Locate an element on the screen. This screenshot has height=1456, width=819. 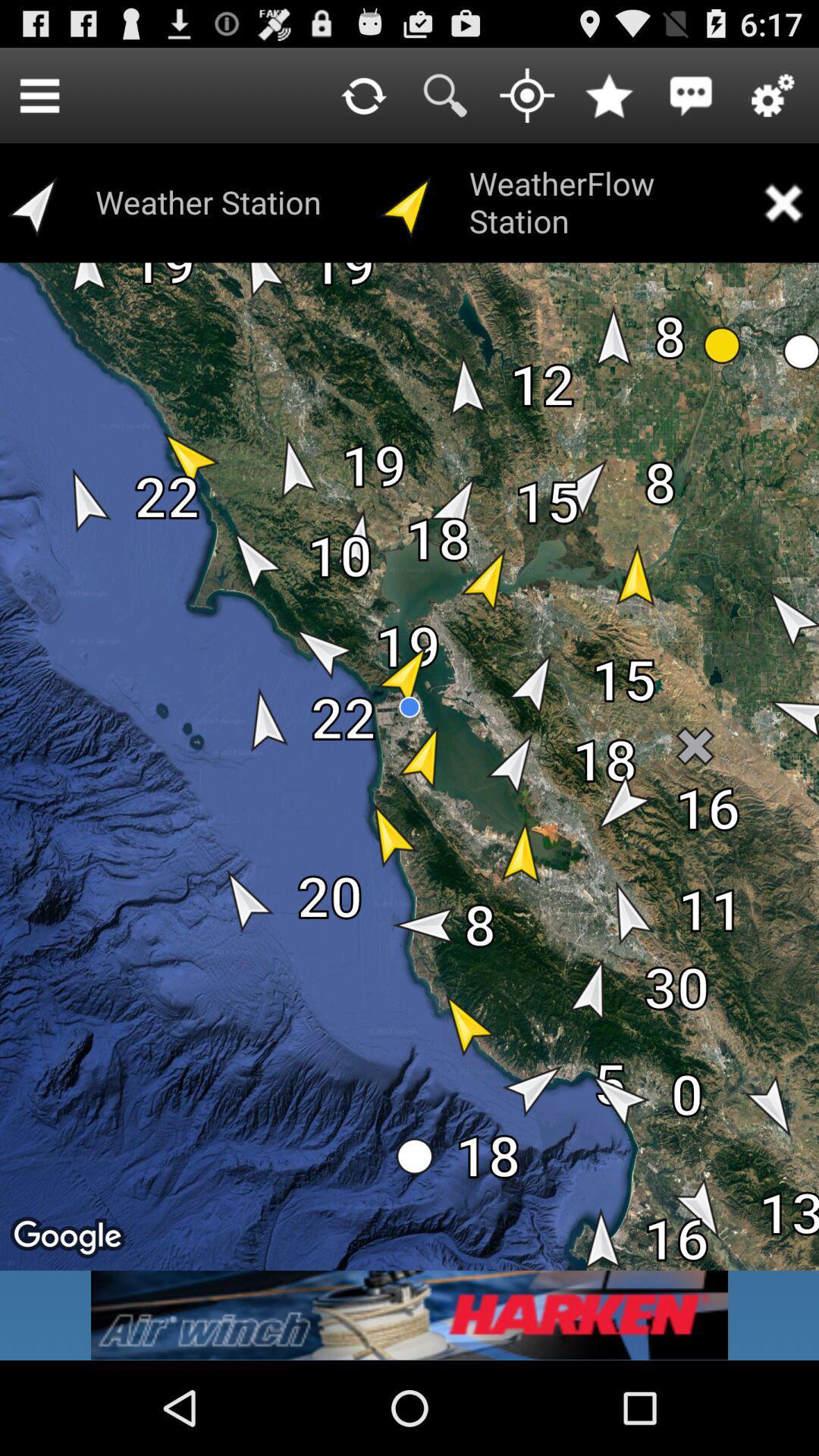
reload page is located at coordinates (363, 94).